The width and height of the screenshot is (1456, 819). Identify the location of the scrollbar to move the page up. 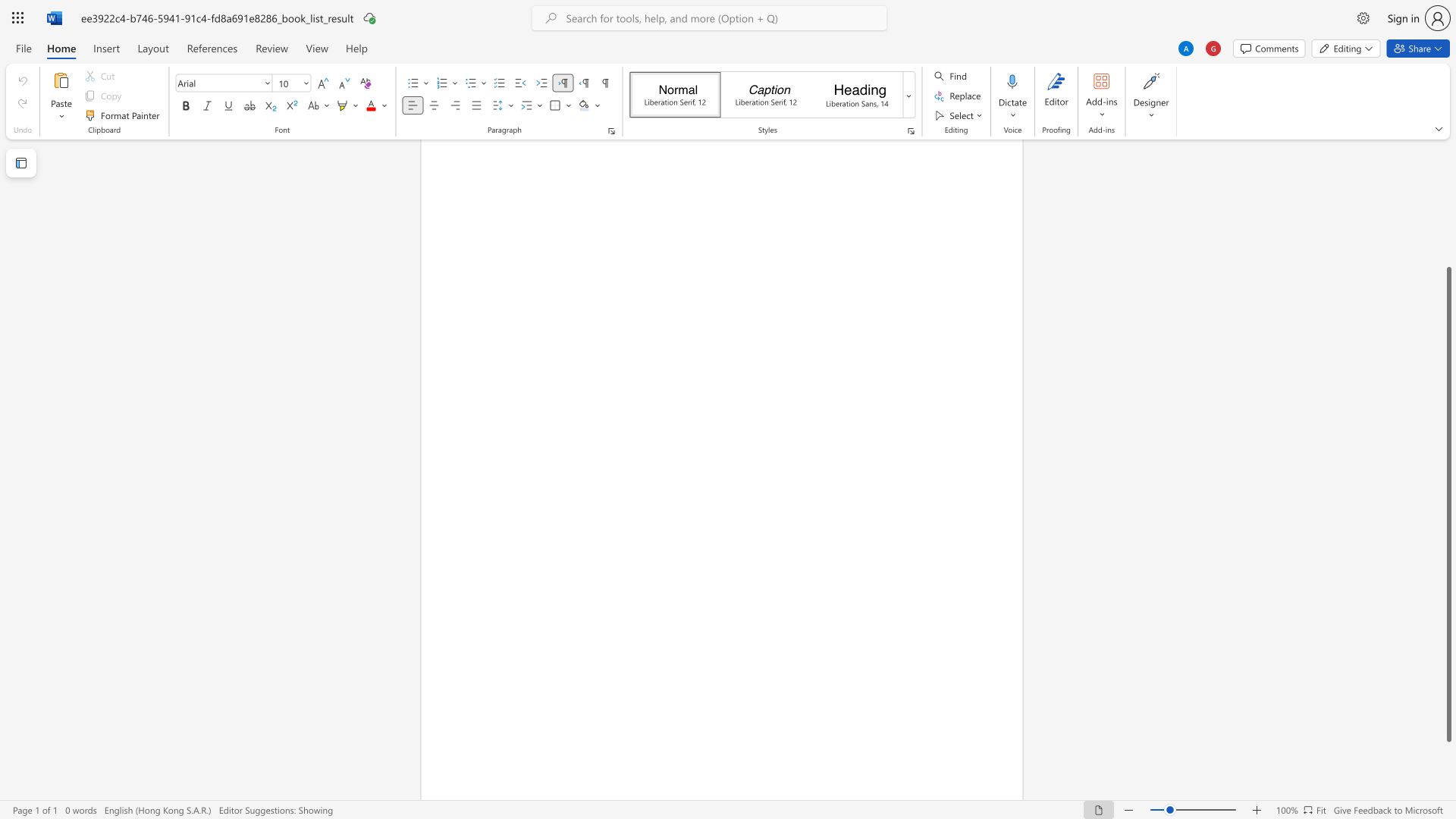
(1448, 256).